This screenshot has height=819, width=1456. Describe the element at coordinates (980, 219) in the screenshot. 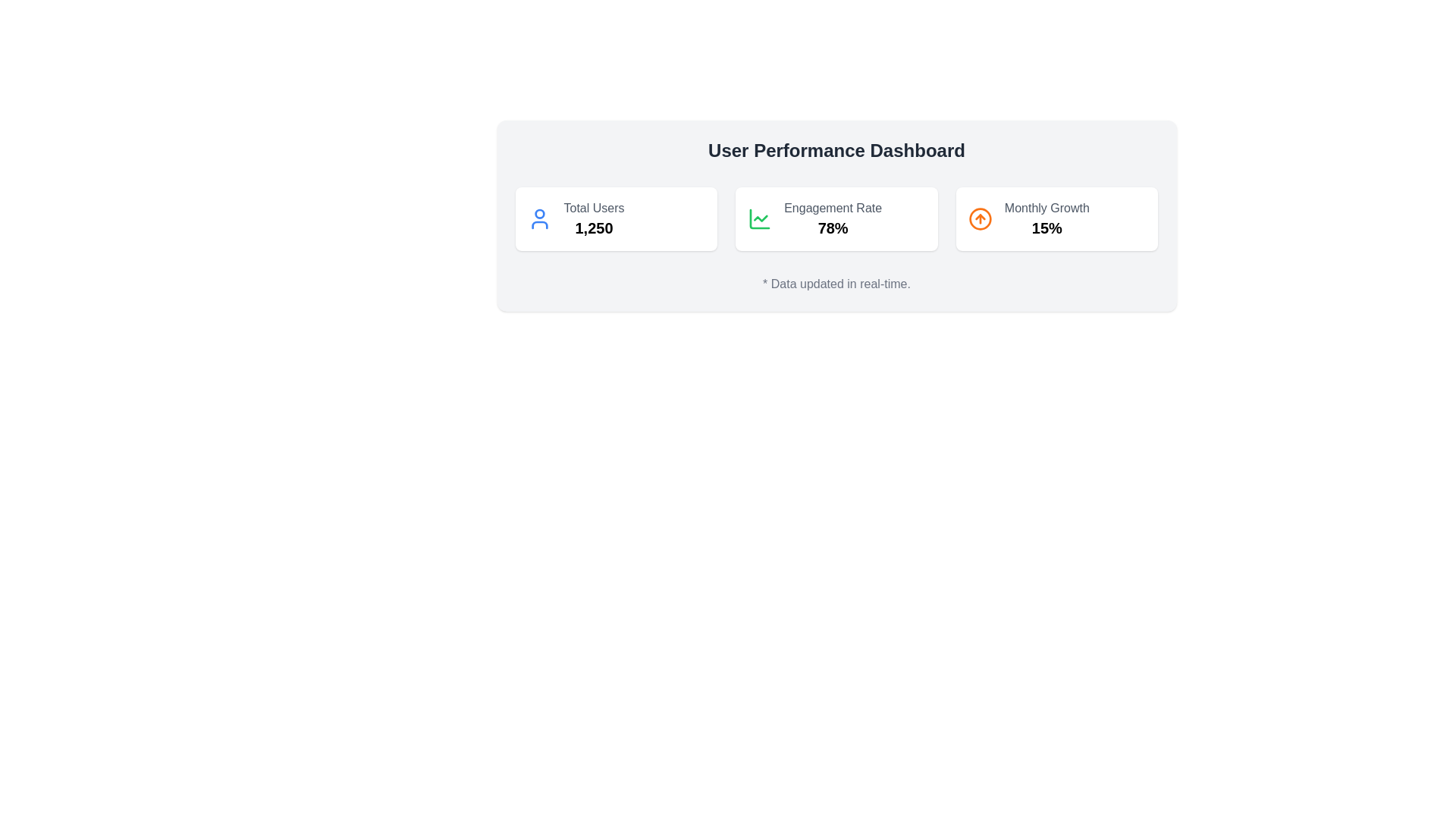

I see `the growth icon located at the top-left corner of the 'Monthly Growth' card, adjacent to the text 'Monthly Growth' and '15%'` at that location.